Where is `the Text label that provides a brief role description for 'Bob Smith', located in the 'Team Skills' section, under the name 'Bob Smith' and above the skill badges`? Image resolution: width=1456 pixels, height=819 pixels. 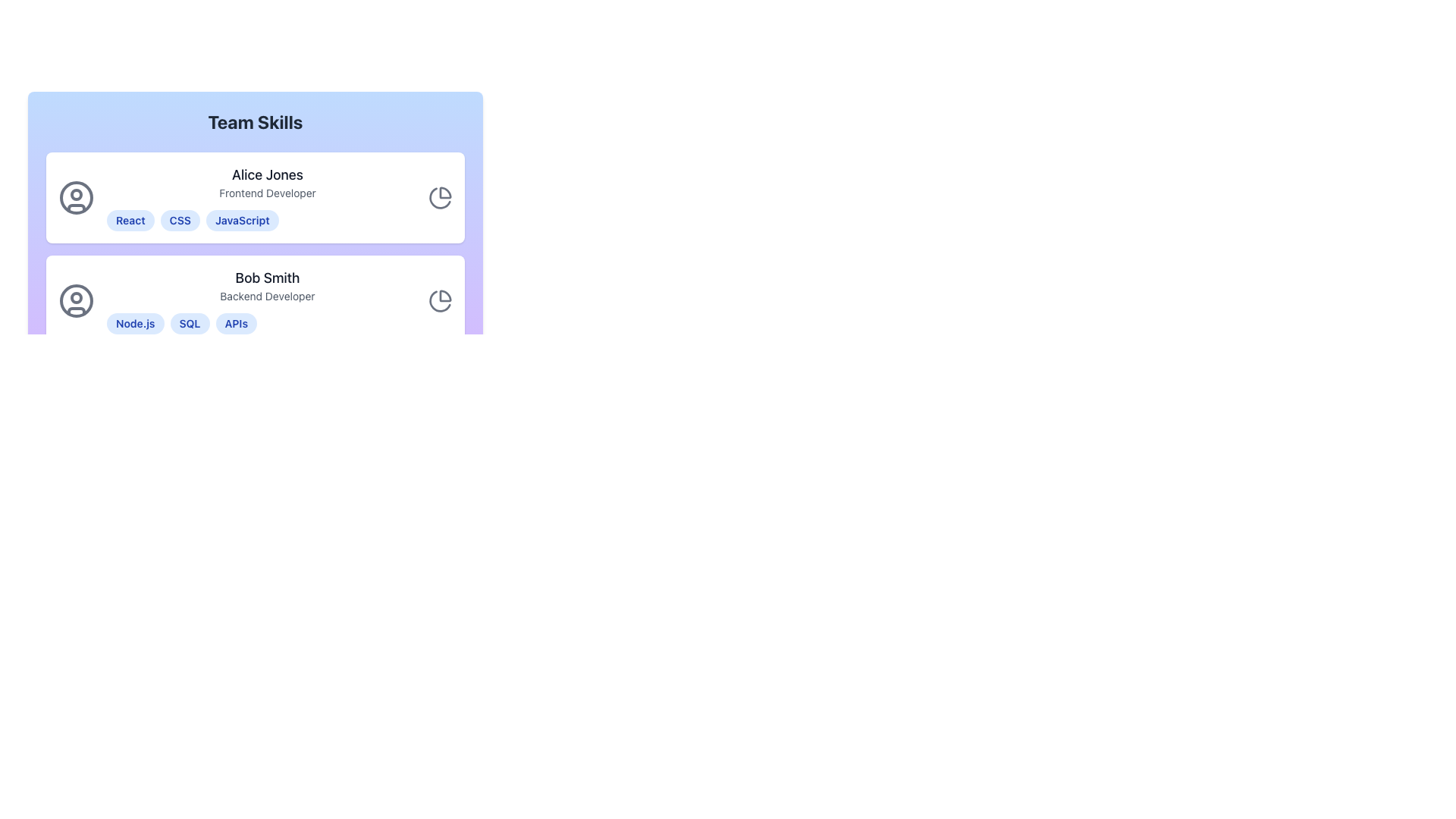
the Text label that provides a brief role description for 'Bob Smith', located in the 'Team Skills' section, under the name 'Bob Smith' and above the skill badges is located at coordinates (268, 296).